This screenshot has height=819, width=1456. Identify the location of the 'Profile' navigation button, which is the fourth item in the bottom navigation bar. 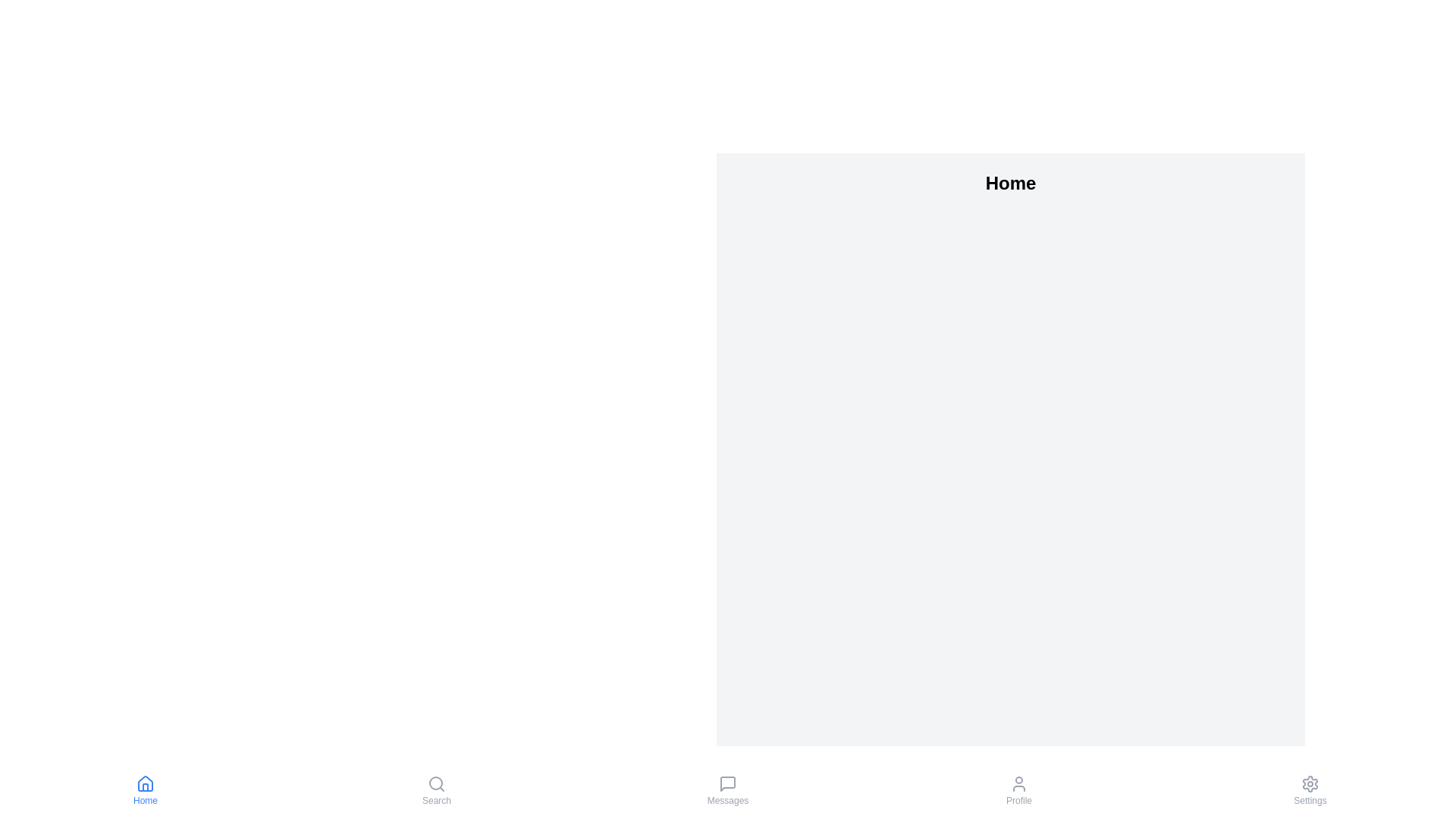
(1019, 789).